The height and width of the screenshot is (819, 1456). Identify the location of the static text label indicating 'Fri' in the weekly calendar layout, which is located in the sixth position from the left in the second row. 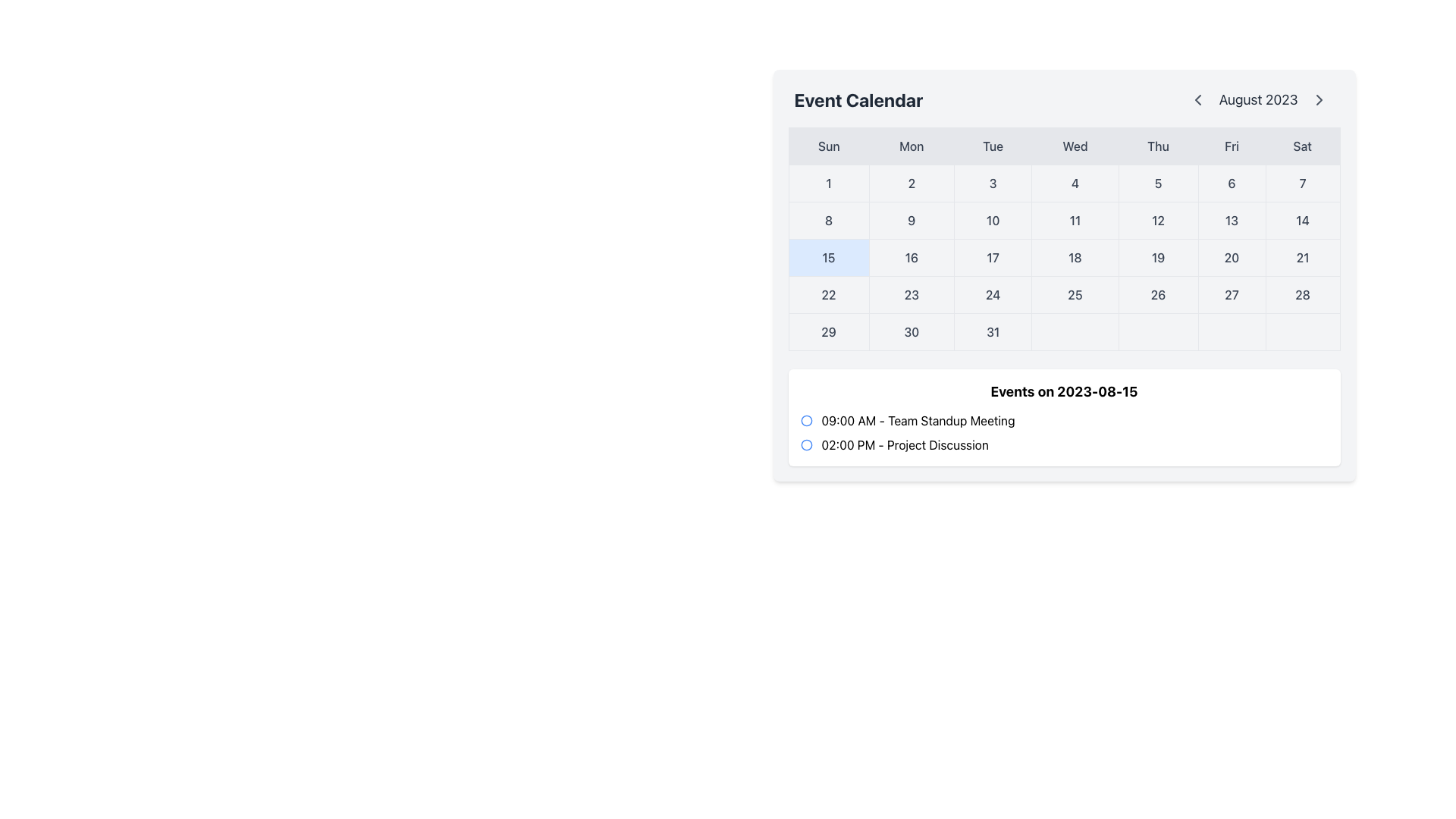
(1232, 146).